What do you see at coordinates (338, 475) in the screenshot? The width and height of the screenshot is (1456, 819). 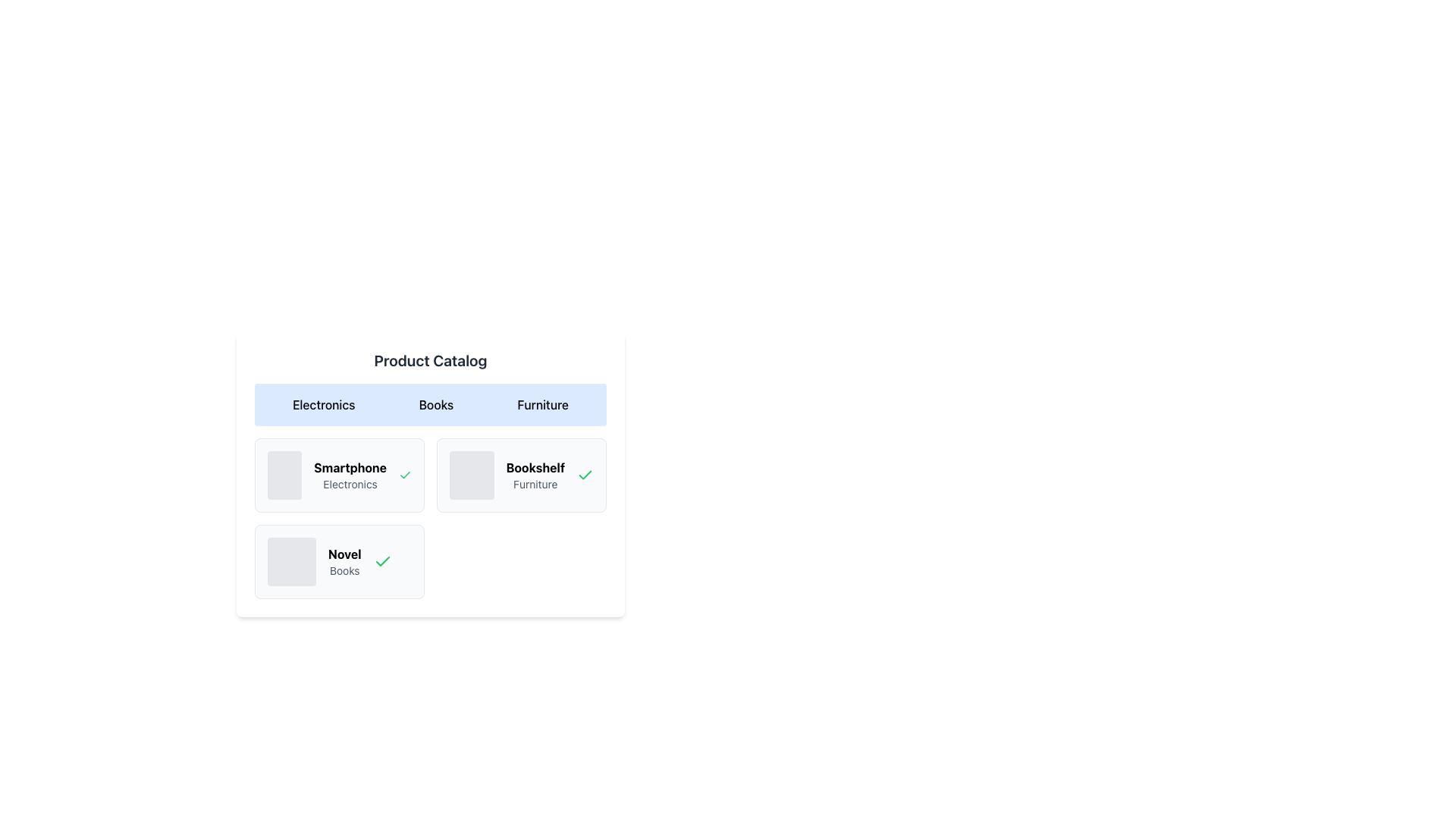 I see `the first card in the grid layout under the 'Electronics' column, which has a light gray background, rounded corners, and contains the title 'Smartphone' and subtitle 'Electronics'` at bounding box center [338, 475].